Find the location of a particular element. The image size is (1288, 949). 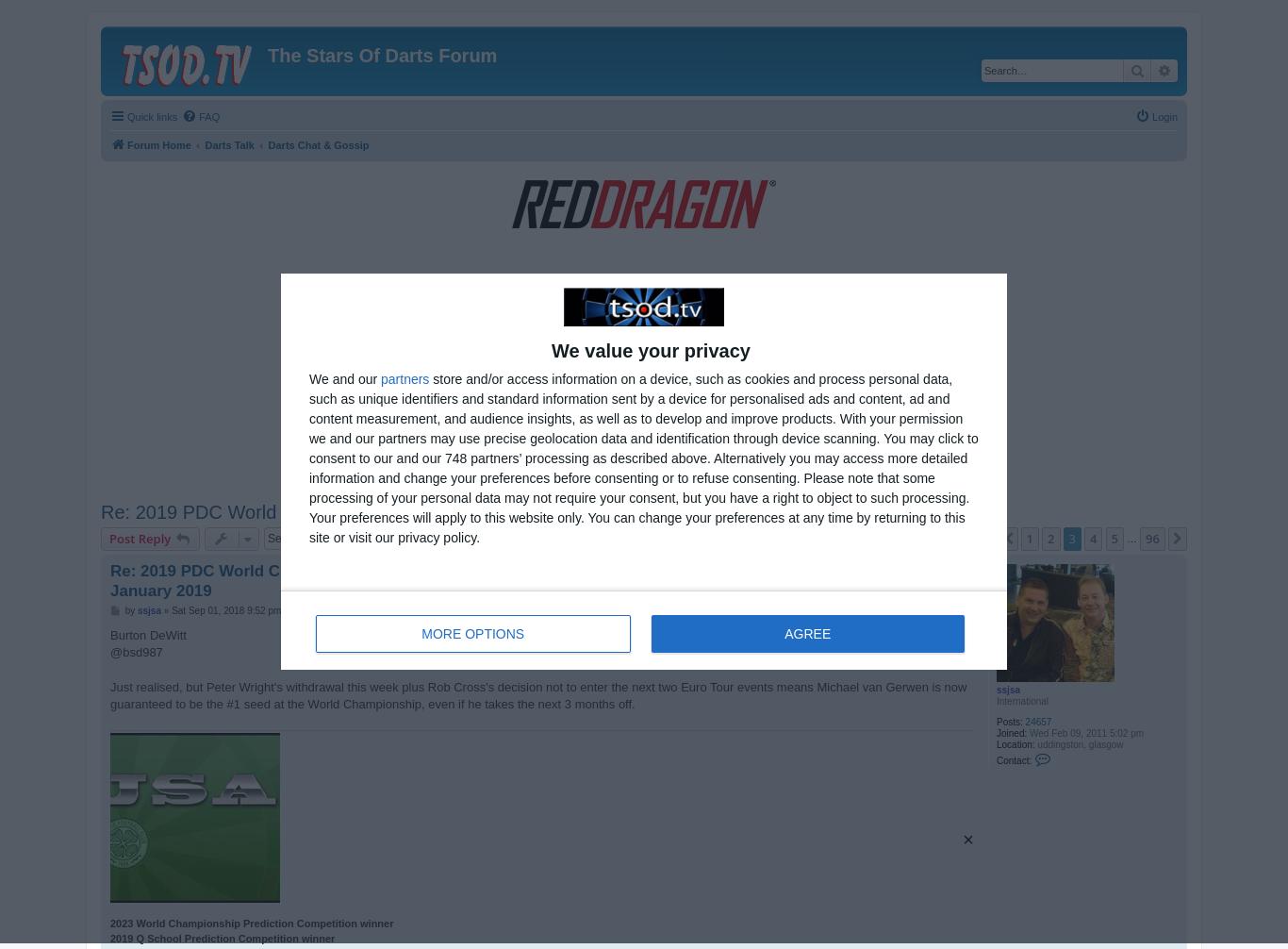

'Sat Sep 01, 2018 9:52 pm' is located at coordinates (170, 610).